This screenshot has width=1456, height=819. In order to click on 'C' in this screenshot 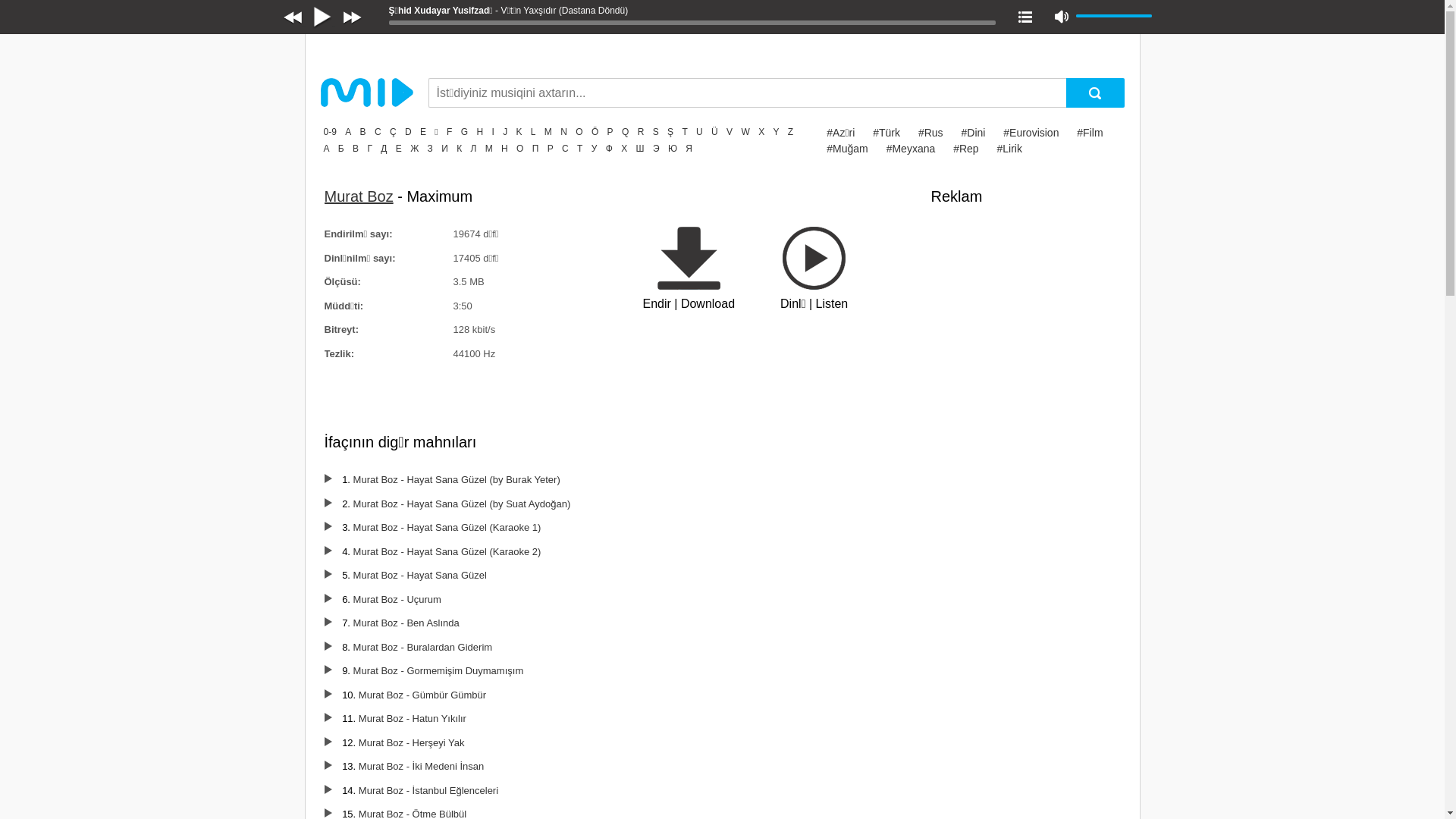, I will do `click(378, 130)`.